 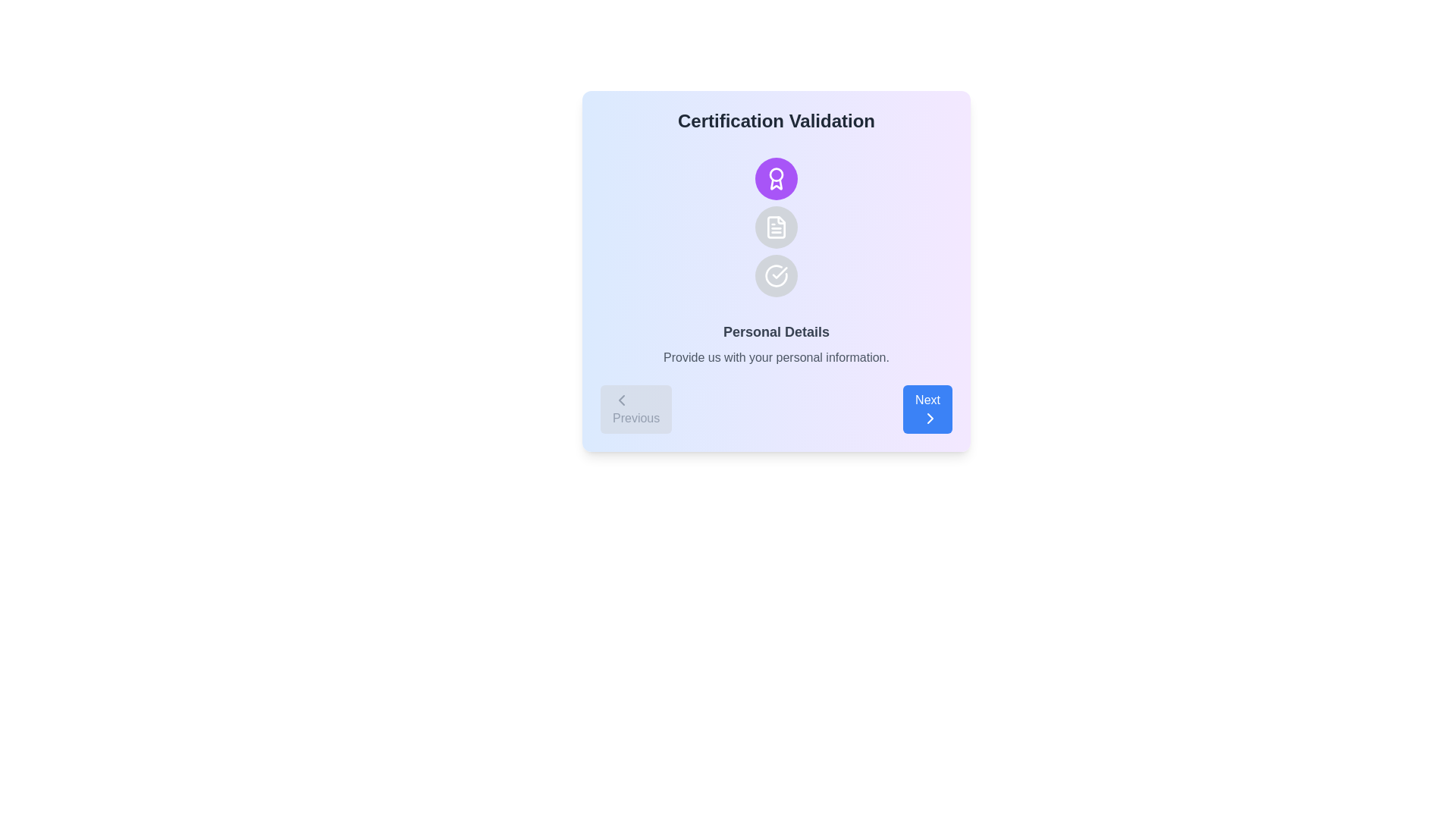 What do you see at coordinates (776, 357) in the screenshot?
I see `the informational text element located below the 'Personal Details' title, which provides guidance on personal information input` at bounding box center [776, 357].